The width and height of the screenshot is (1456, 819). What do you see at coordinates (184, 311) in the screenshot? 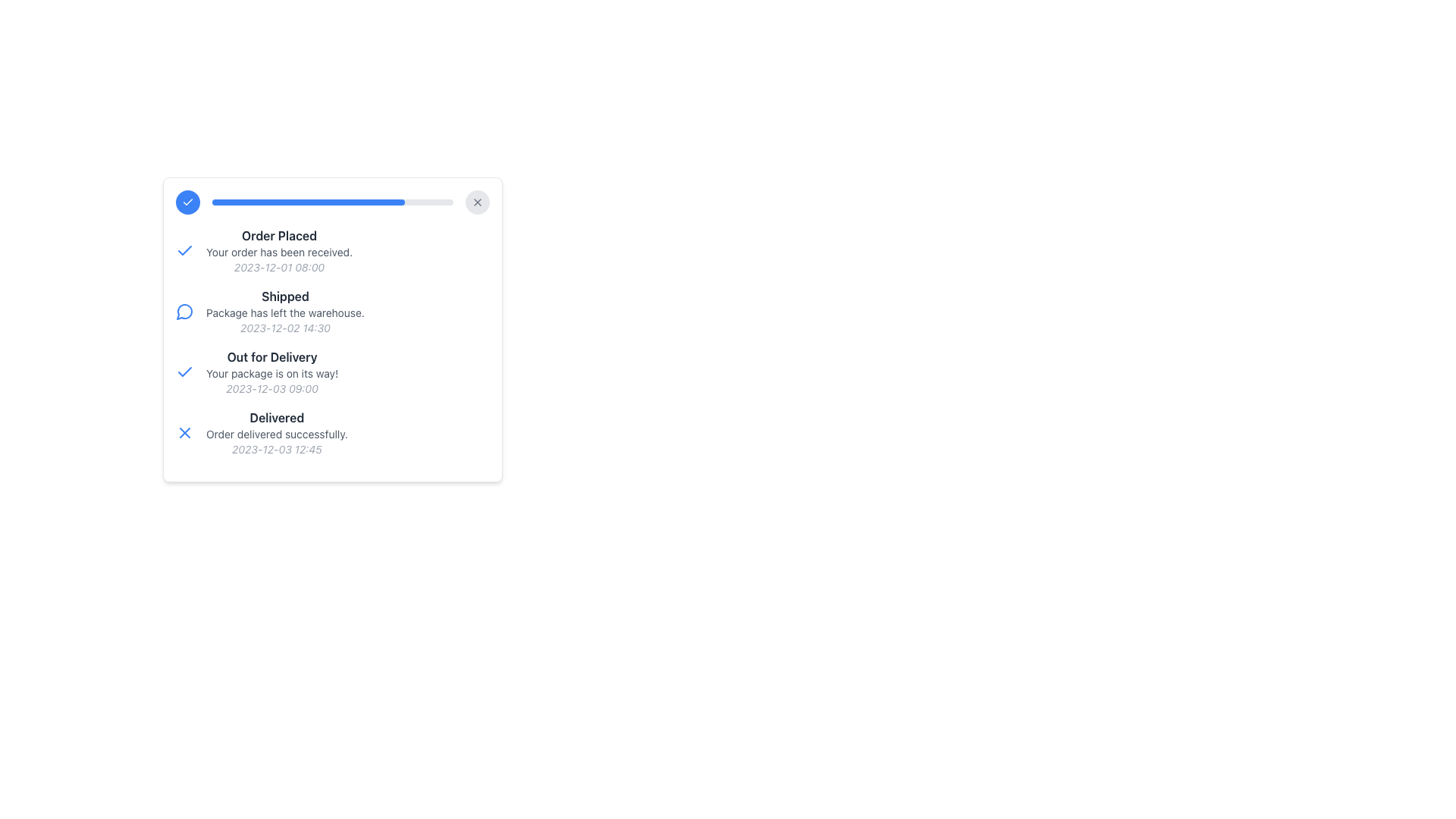
I see `the communication icon indicating 'Shipped' status, located in the left section of the 'Shipped' row` at bounding box center [184, 311].